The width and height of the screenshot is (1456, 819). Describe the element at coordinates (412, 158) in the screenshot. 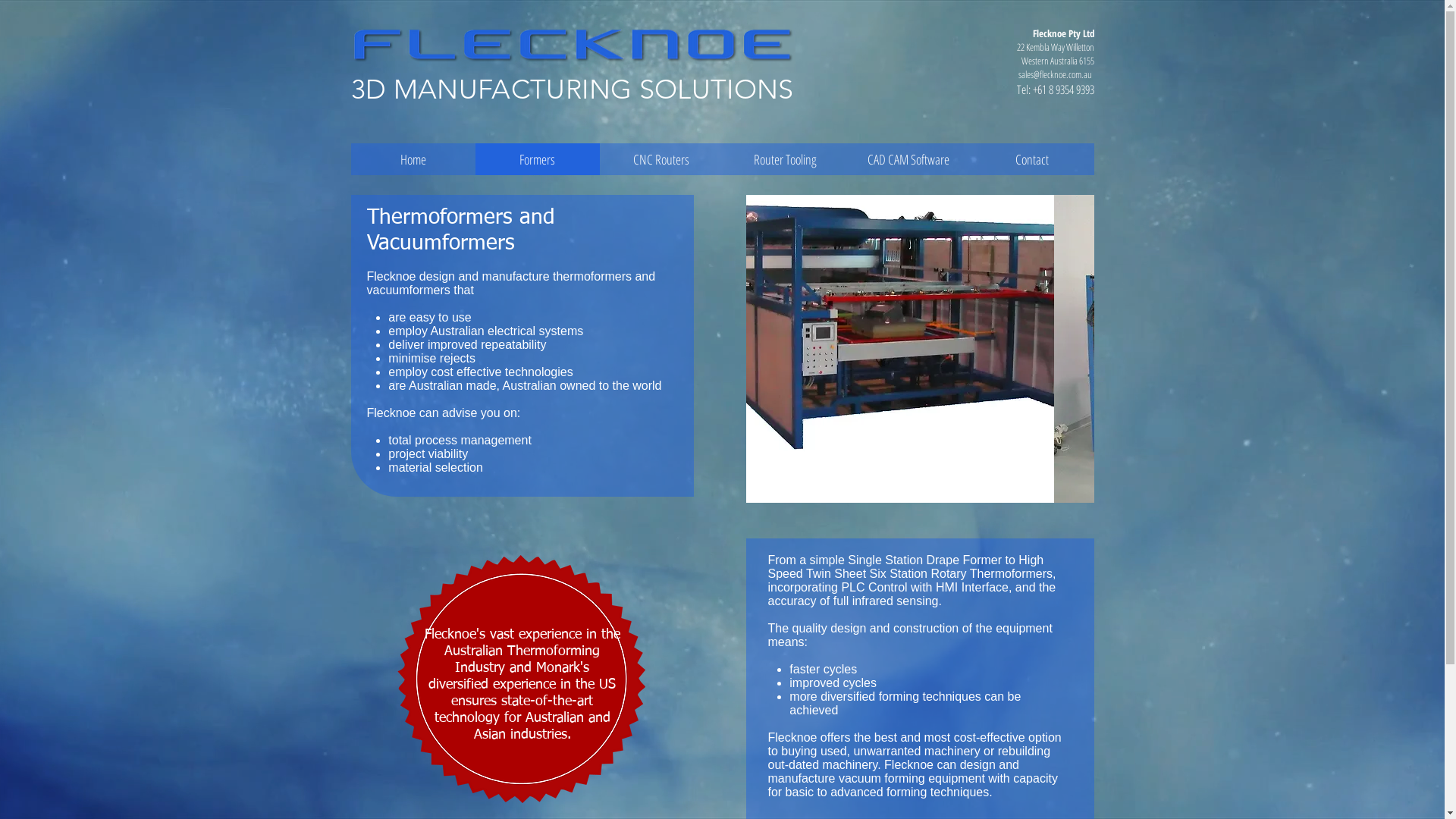

I see `'Home'` at that location.